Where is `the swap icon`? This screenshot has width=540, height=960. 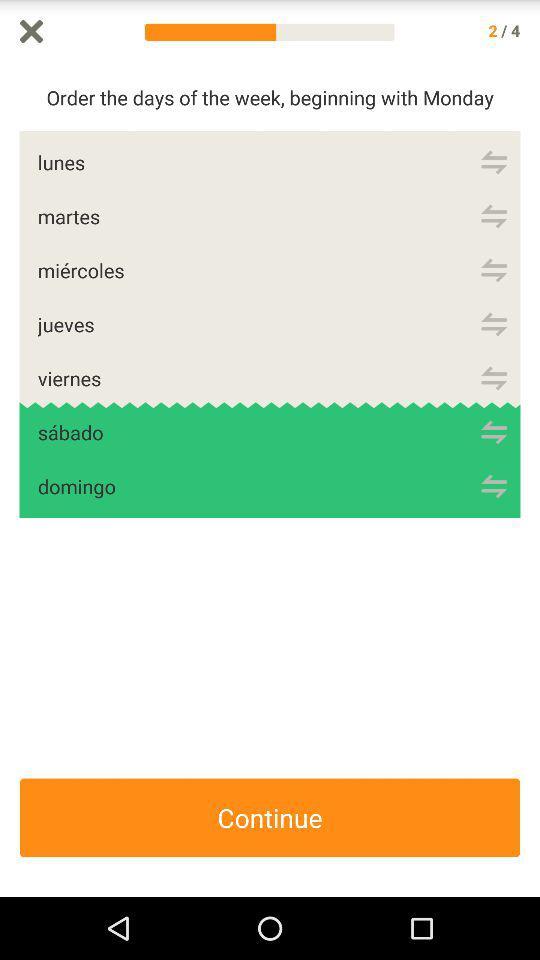
the swap icon is located at coordinates (493, 288).